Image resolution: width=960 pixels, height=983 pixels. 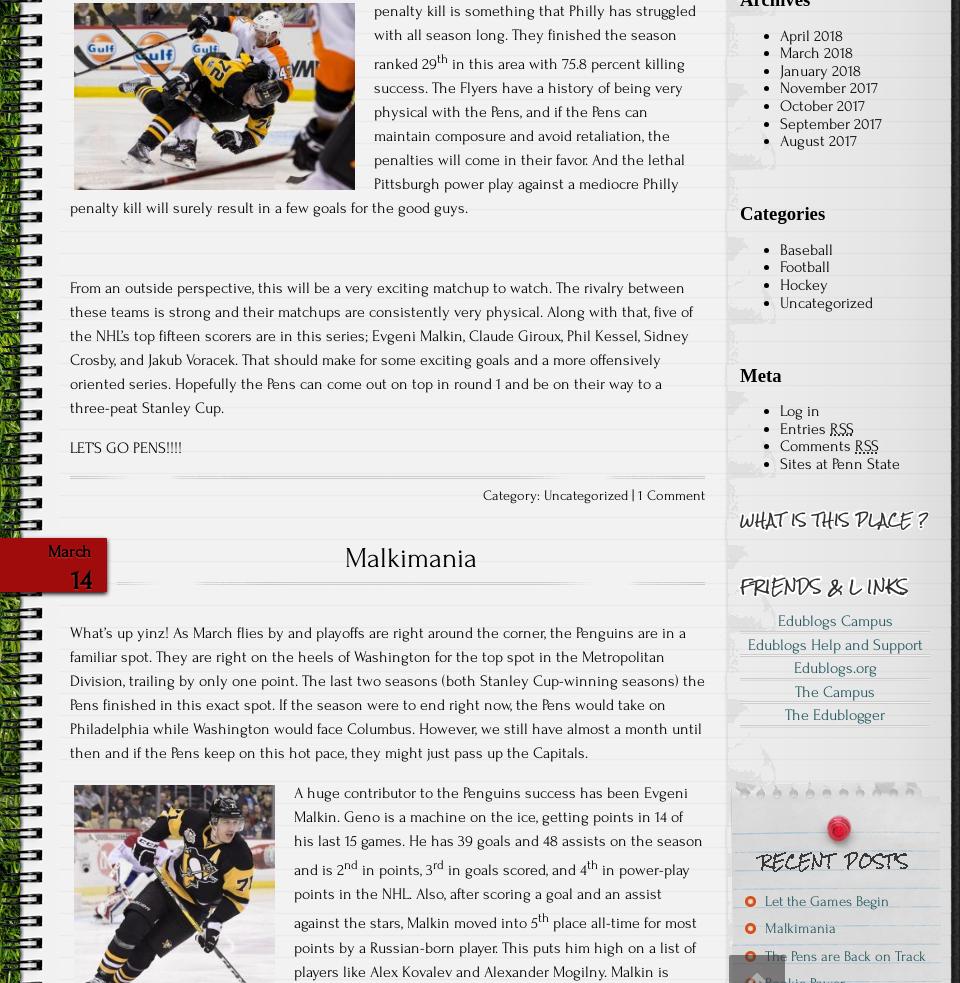 What do you see at coordinates (386, 692) in the screenshot?
I see `'What’s up yinz! As March flies by and playoffs are right around the corner, the Penguins are in a familiar spot. They are right on the heels of Washington for the top spot in the Metropolitan Division, trailing by only one point. The last two seasons (both Stanley Cup-winning seasons) the Pens finished in this exact spot. If the season were to end right now, the Pens would take on Philadelphia while Washington would face Columbus. However, we still have almost a month until then and if the Pens keep on this hot pace, they might just pass up the Capitals.'` at bounding box center [386, 692].